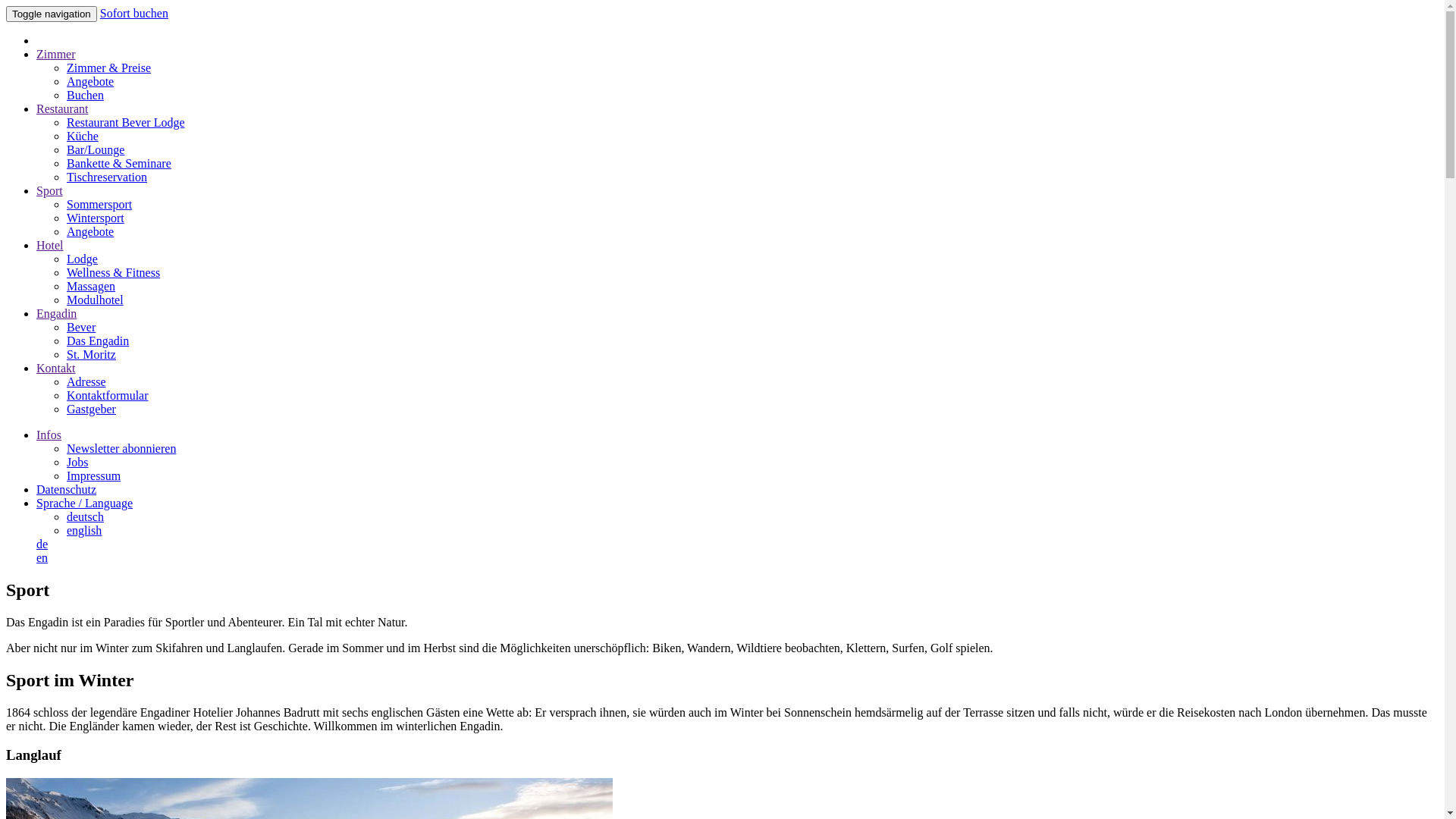 The width and height of the screenshot is (1456, 819). Describe the element at coordinates (61, 108) in the screenshot. I see `'Restaurant'` at that location.